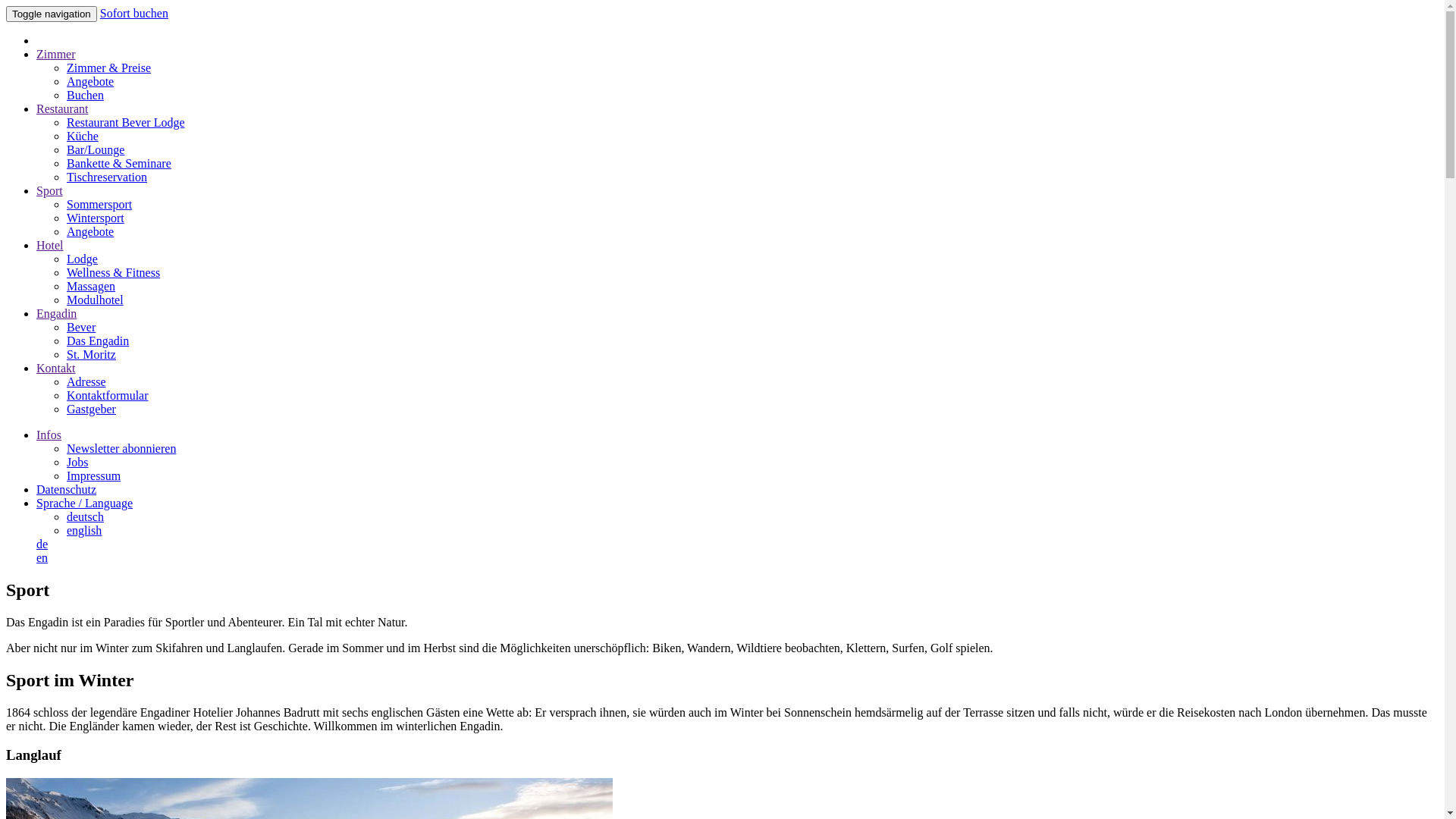 The width and height of the screenshot is (1456, 819). Describe the element at coordinates (61, 108) in the screenshot. I see `'Restaurant'` at that location.